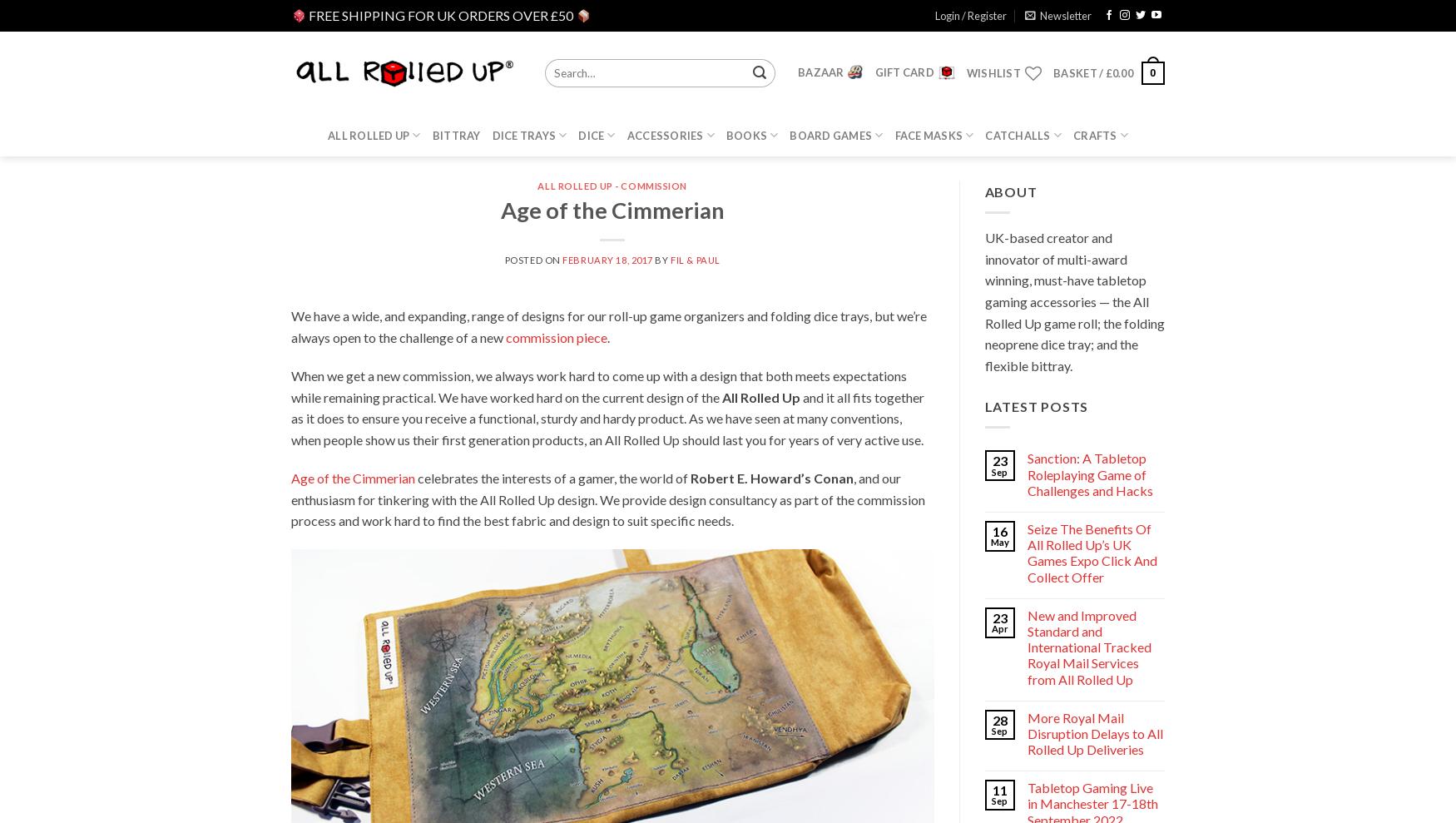 The image size is (1456, 823). What do you see at coordinates (1036, 405) in the screenshot?
I see `'Latest Posts'` at bounding box center [1036, 405].